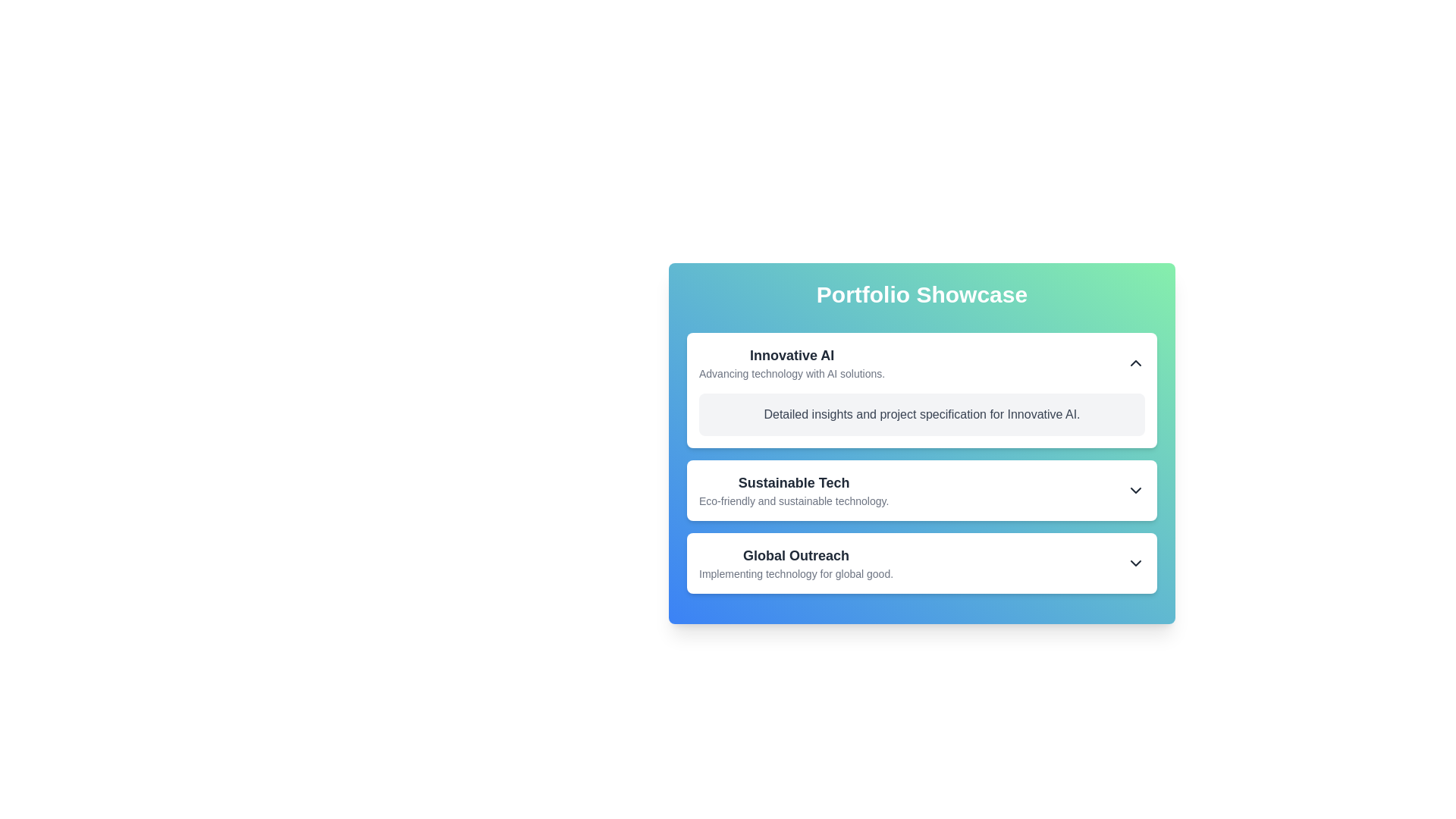 This screenshot has height=819, width=1456. Describe the element at coordinates (1135, 563) in the screenshot. I see `the Icon button at the far right end of the 'Global Outreach' section` at that location.